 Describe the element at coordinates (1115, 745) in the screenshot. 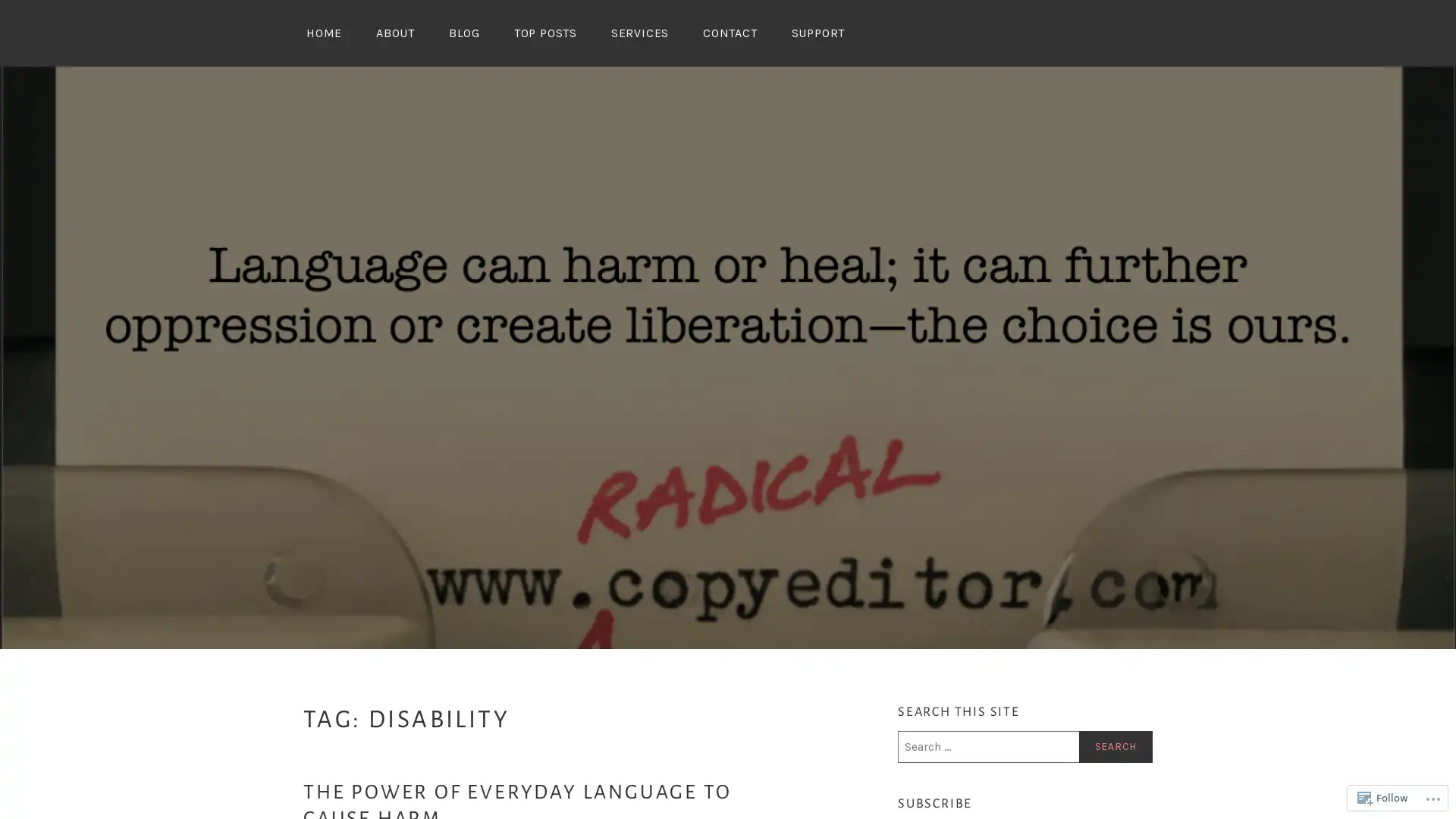

I see `Search` at that location.